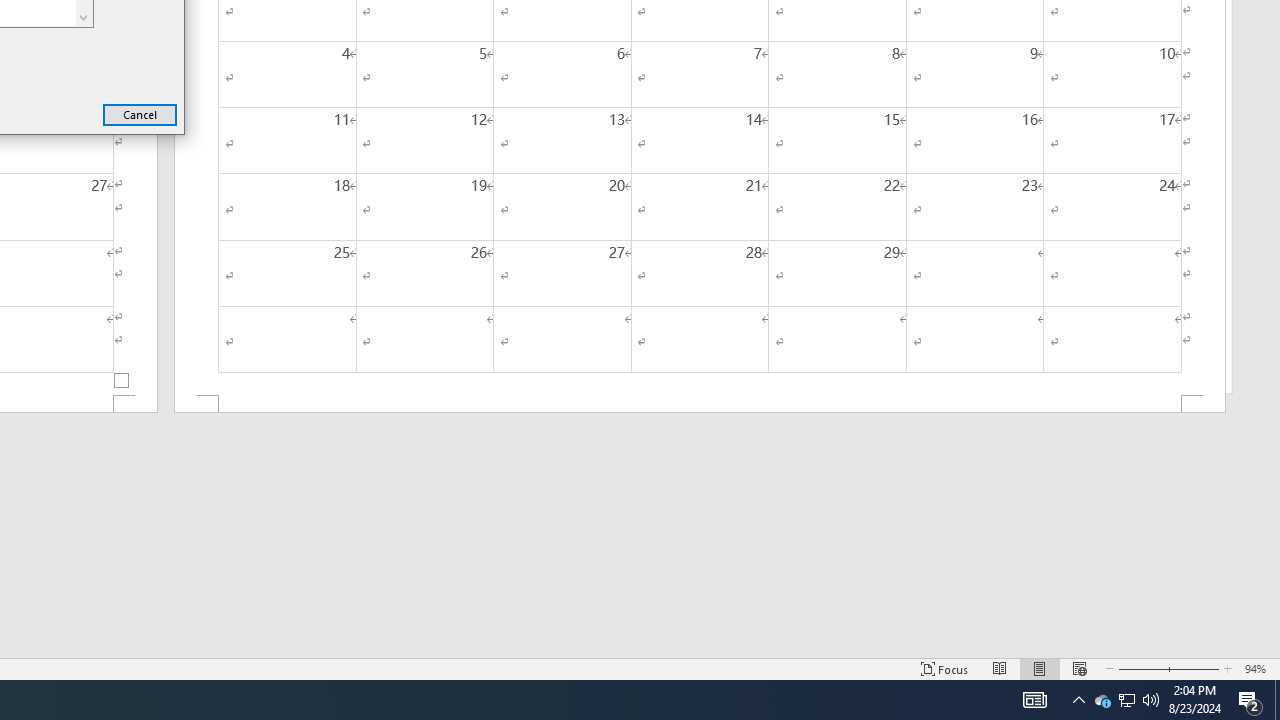 The image size is (1280, 720). I want to click on 'AutomationID: 4105', so click(1034, 698).